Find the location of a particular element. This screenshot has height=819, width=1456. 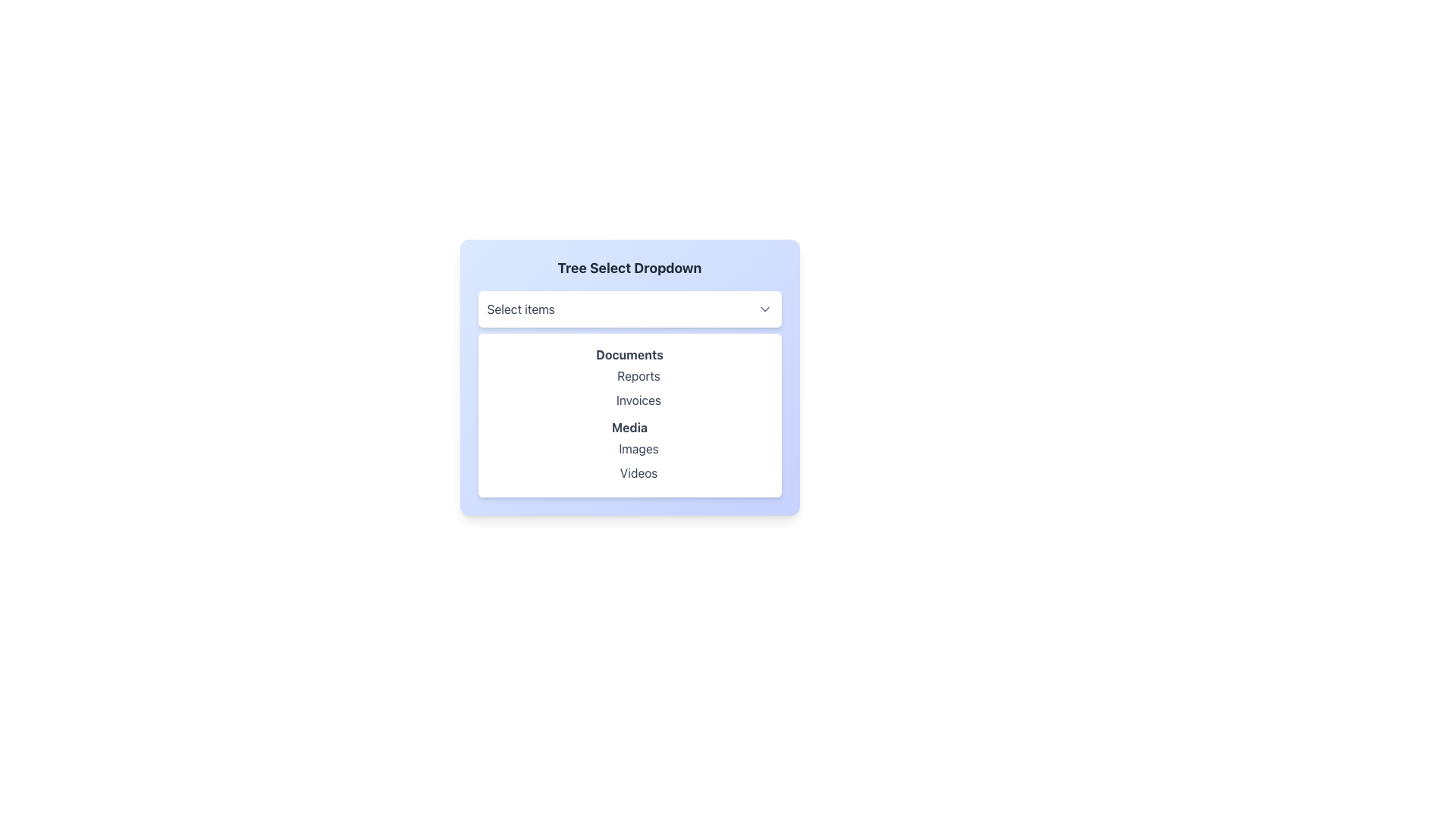

the 'Reports' option in the dropdown menu, which is the first option labeled 'Documents' located above 'Invoices' is located at coordinates (635, 375).